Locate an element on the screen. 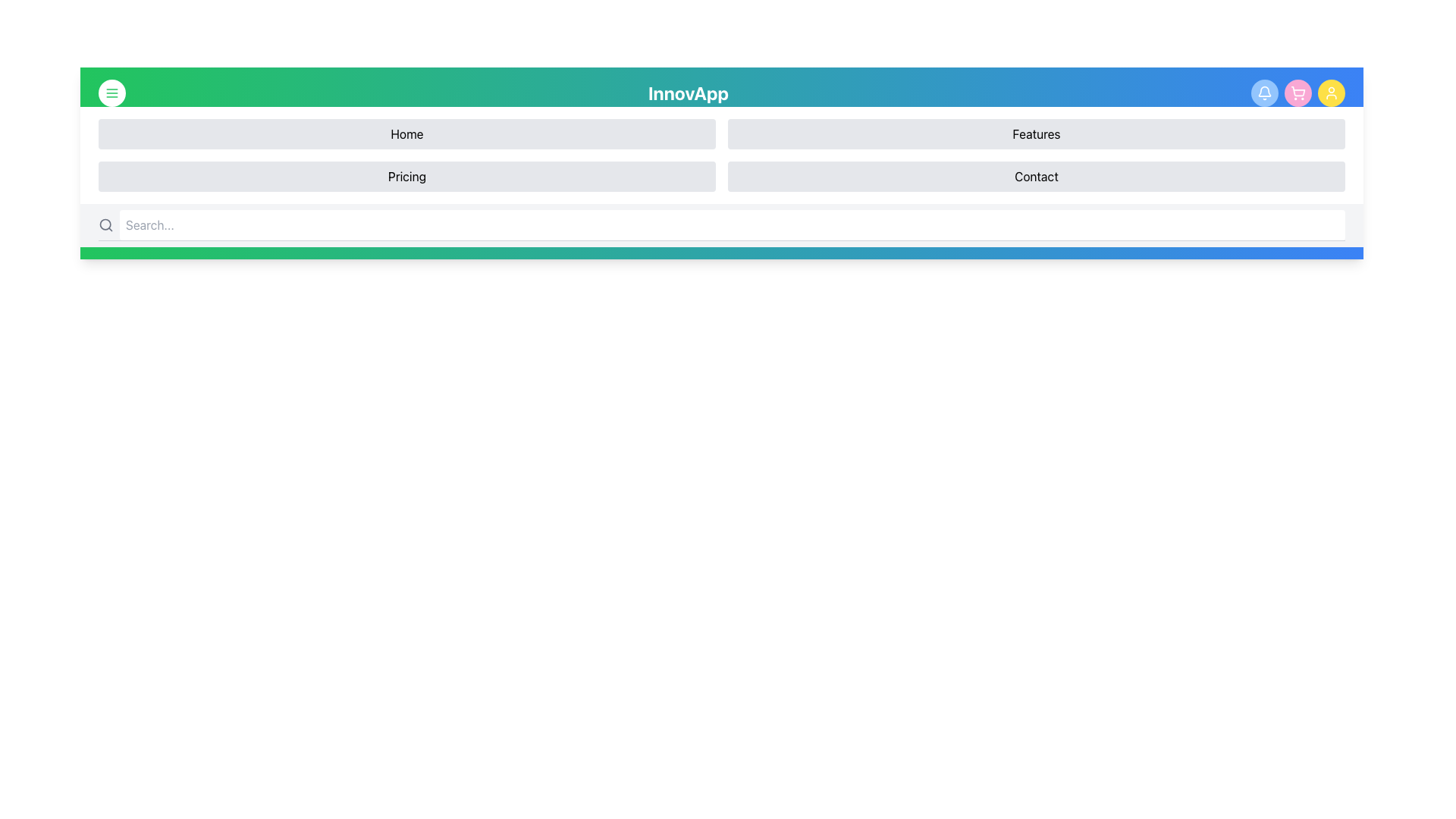 This screenshot has height=819, width=1456. the circular pink button with a white shopping cart icon located at the top-right corner of the page is located at coordinates (1298, 93).